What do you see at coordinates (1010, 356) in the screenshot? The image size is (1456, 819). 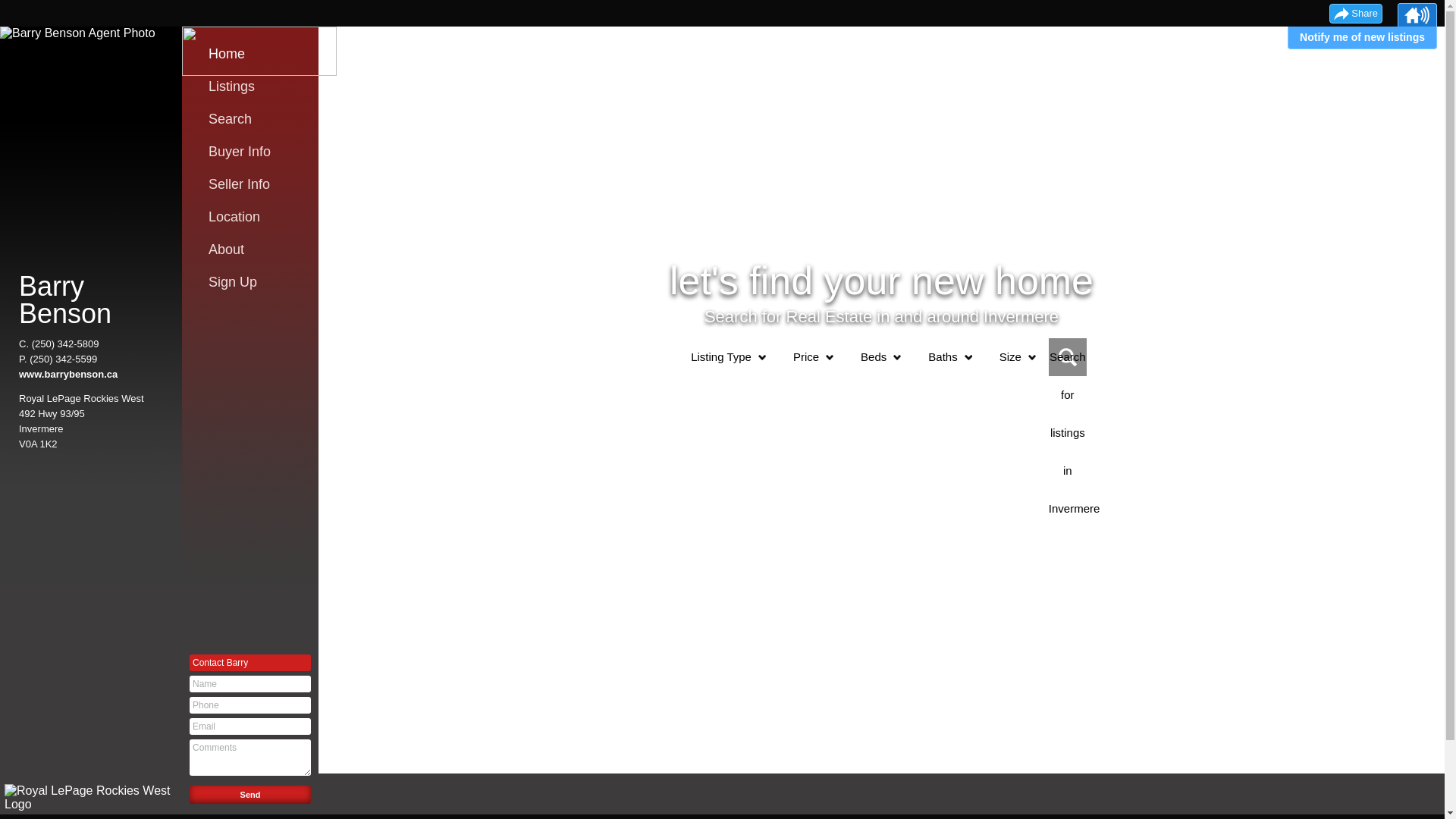 I see `'Size'` at bounding box center [1010, 356].